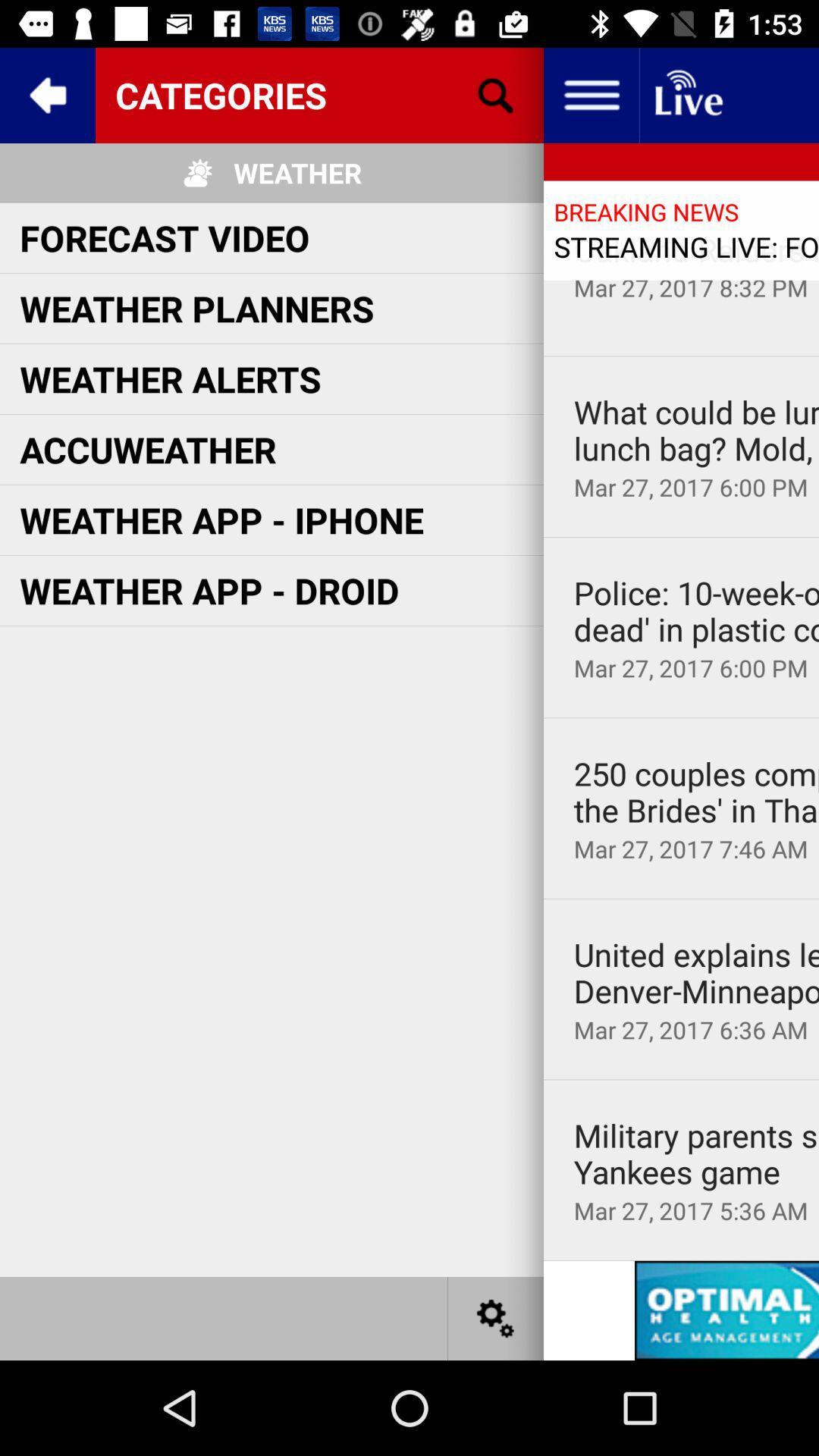 This screenshot has height=1456, width=819. Describe the element at coordinates (148, 448) in the screenshot. I see `the icon below the weather alerts` at that location.